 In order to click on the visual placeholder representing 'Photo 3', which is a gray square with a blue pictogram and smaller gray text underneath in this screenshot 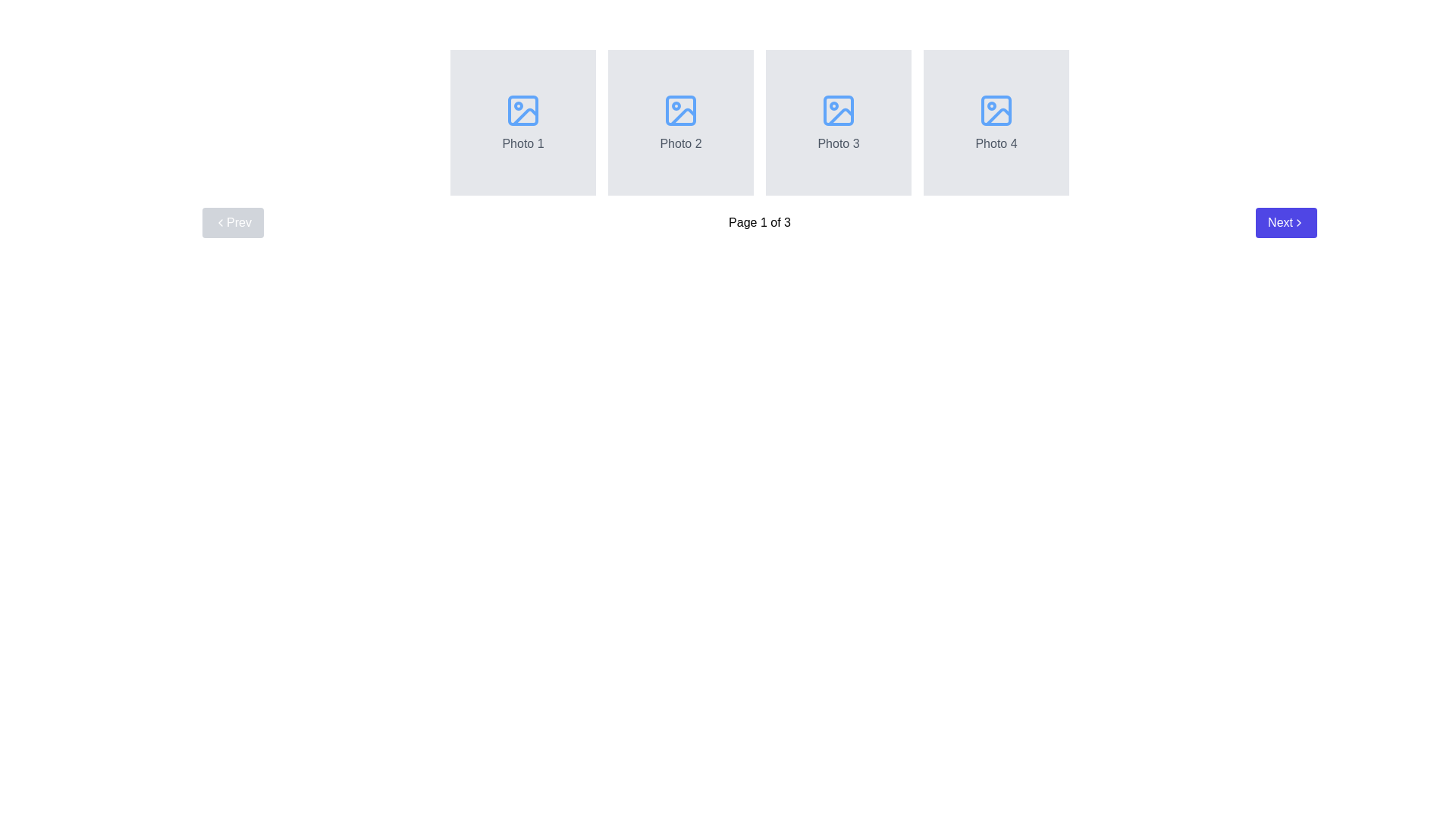, I will do `click(837, 122)`.